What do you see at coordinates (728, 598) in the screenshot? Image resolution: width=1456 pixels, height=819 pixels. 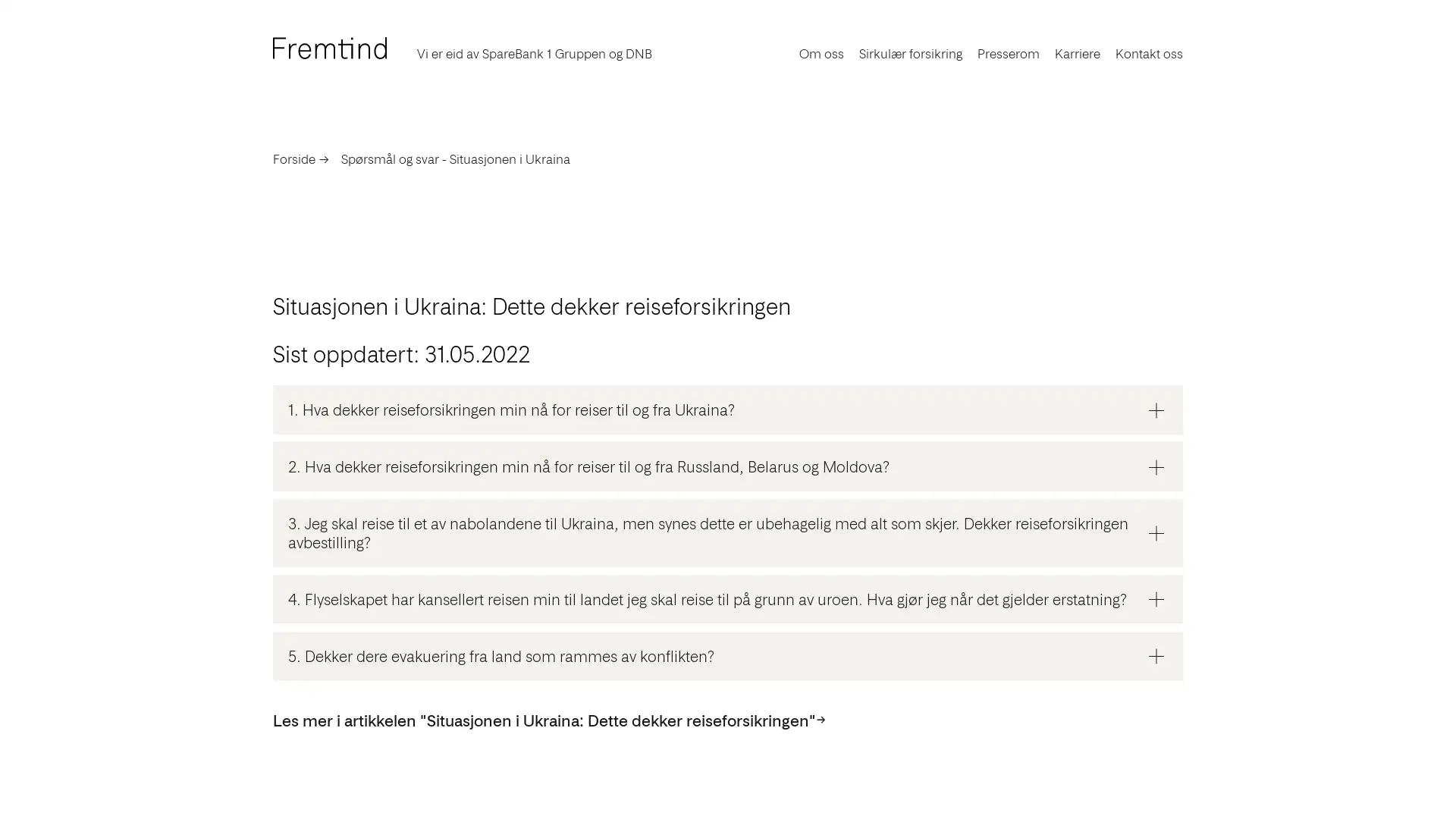 I see `4. Flyselskapet har kansellert reisen min til landet jeg skal reise til pa grunn av uroen. Hva gjr jeg nar det gjelder erstatning?` at bounding box center [728, 598].